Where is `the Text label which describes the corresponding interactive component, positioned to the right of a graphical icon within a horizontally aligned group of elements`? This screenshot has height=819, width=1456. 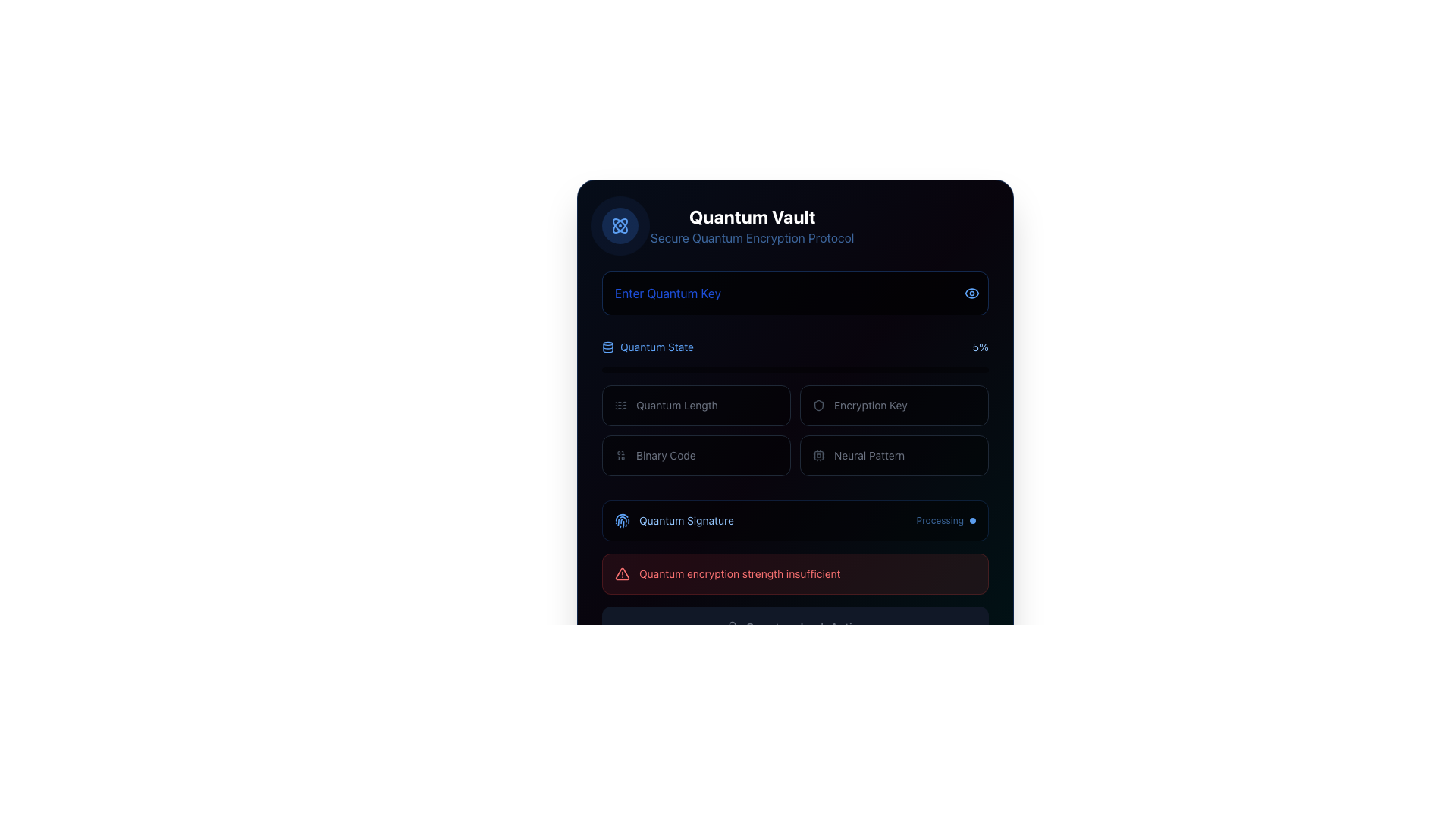 the Text label which describes the corresponding interactive component, positioned to the right of a graphical icon within a horizontally aligned group of elements is located at coordinates (871, 405).